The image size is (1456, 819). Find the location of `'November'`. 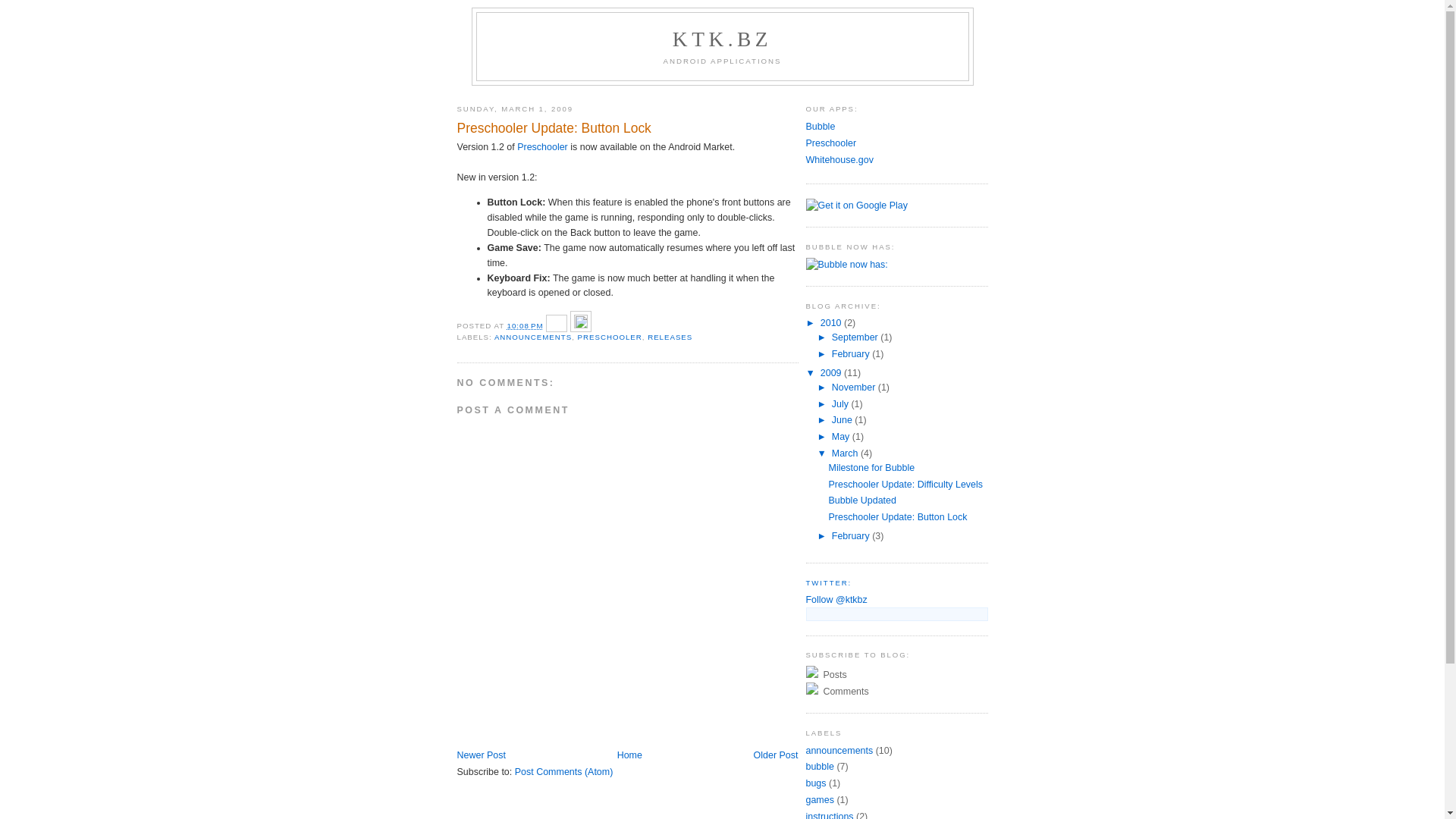

'November' is located at coordinates (855, 386).